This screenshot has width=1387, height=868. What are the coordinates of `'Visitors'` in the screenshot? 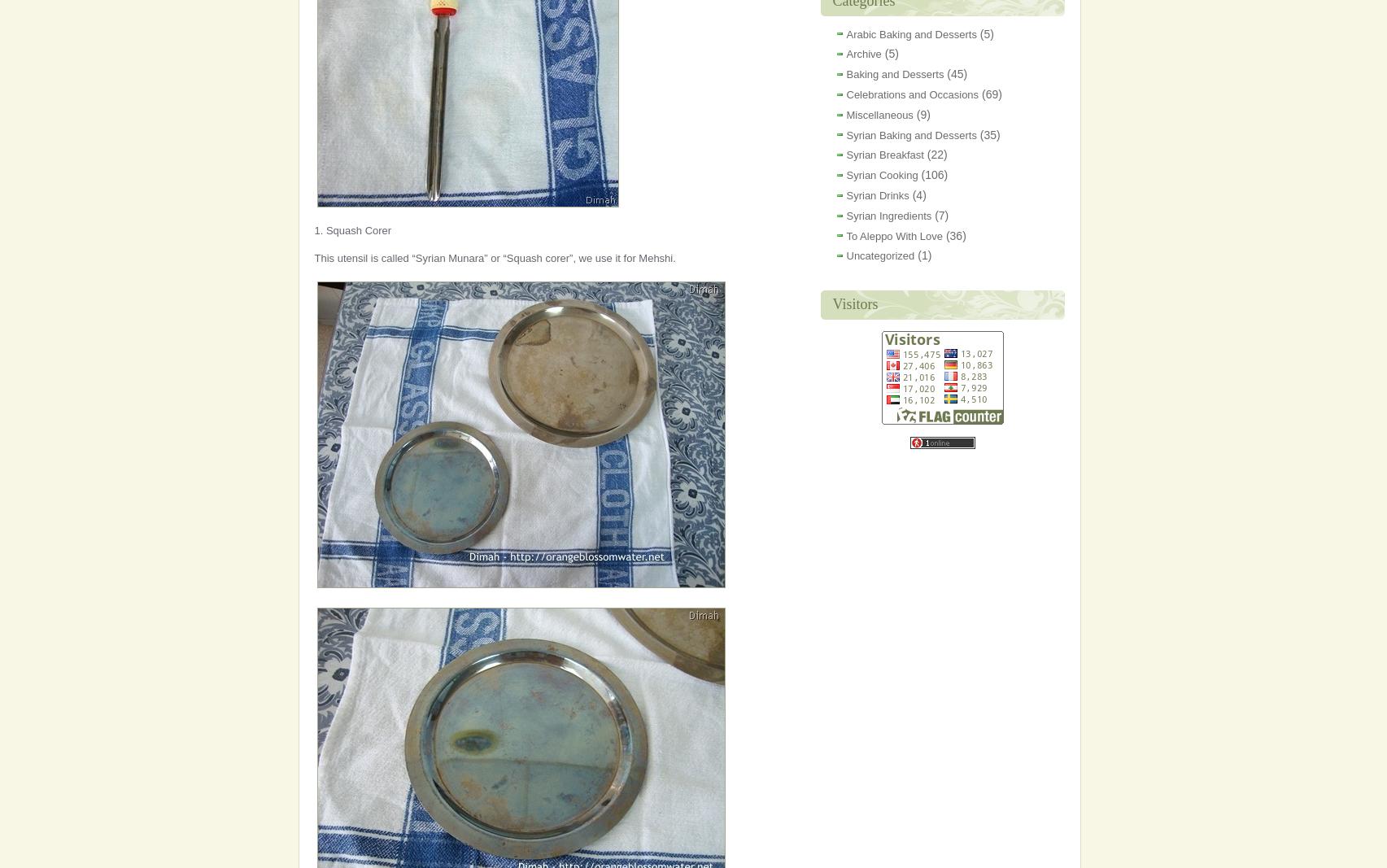 It's located at (853, 303).